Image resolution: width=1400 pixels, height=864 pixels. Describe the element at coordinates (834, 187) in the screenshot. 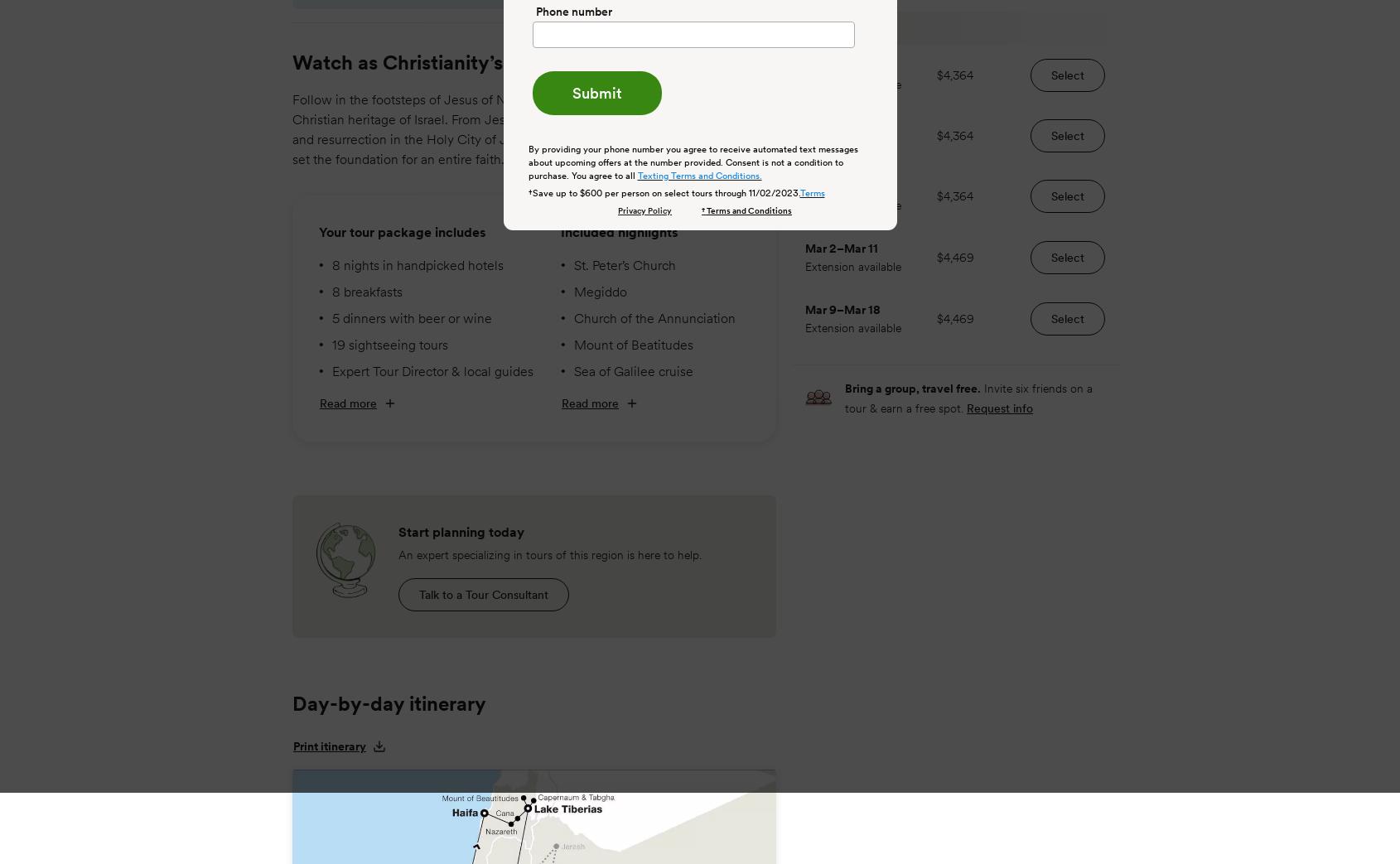

I see `'Feb 24'` at that location.